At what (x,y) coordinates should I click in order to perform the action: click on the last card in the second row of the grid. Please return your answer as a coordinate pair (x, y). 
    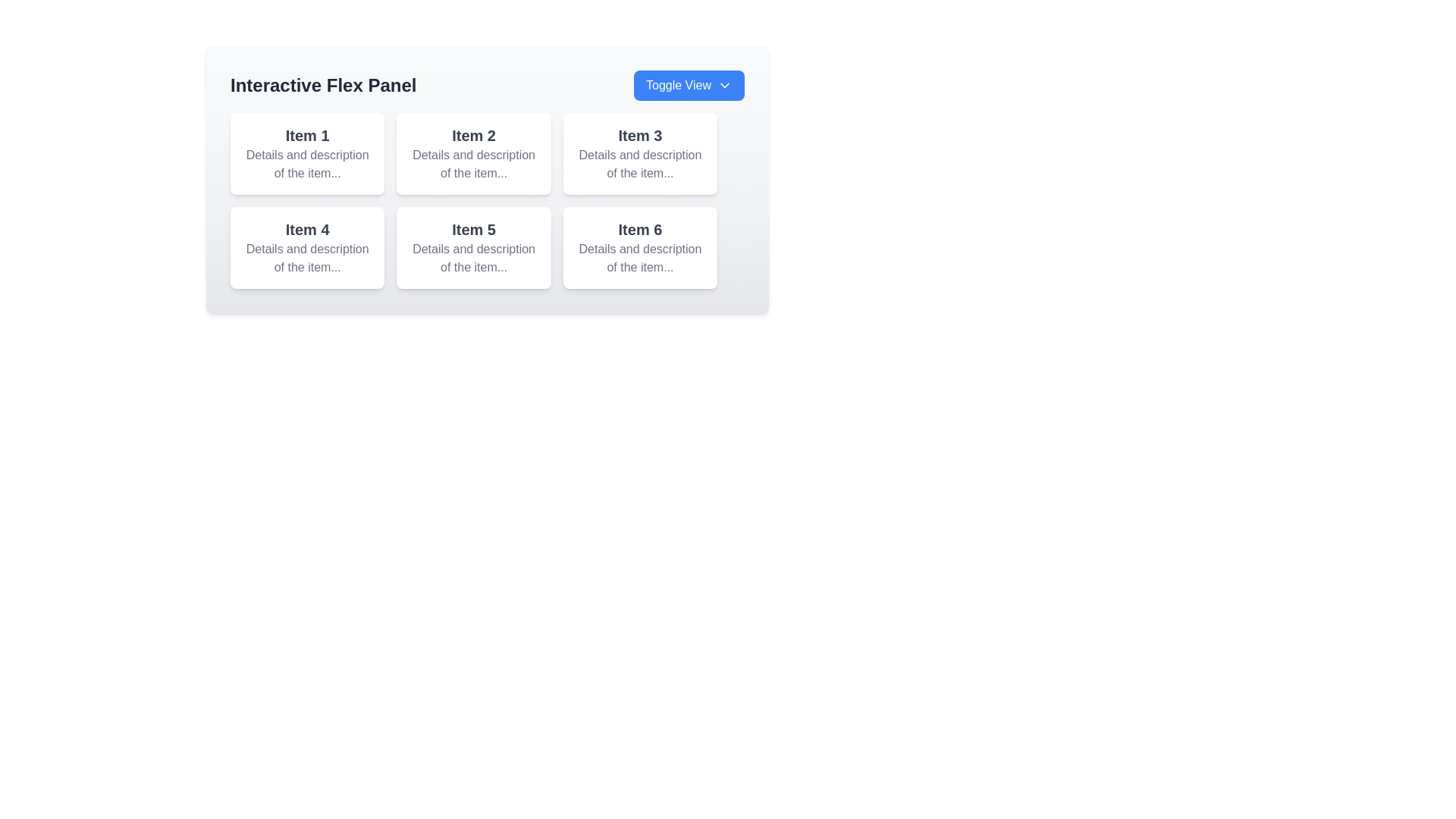
    Looking at the image, I should click on (640, 247).